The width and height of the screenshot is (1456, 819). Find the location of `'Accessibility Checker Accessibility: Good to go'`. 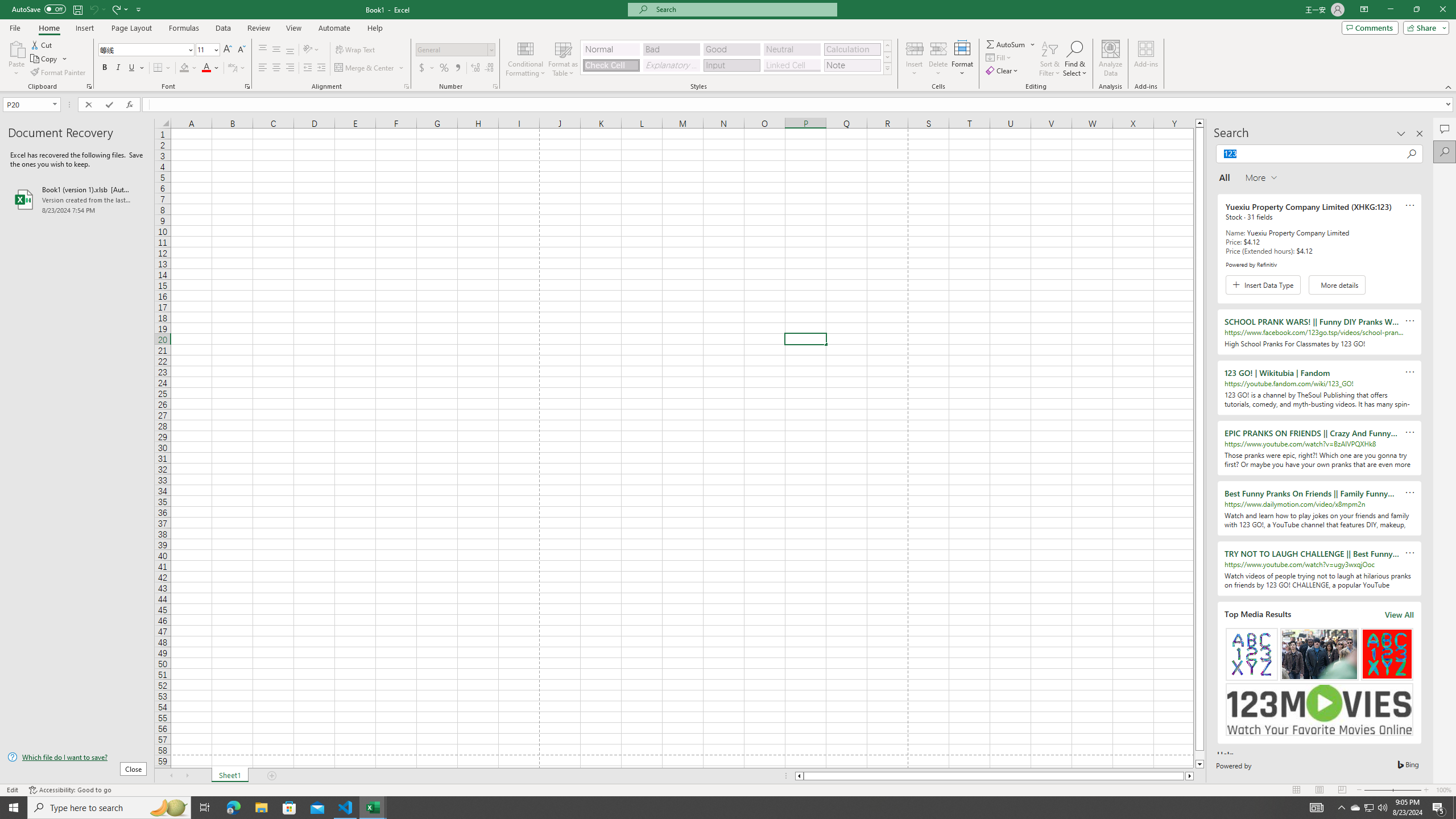

'Accessibility Checker Accessibility: Good to go' is located at coordinates (70, 790).